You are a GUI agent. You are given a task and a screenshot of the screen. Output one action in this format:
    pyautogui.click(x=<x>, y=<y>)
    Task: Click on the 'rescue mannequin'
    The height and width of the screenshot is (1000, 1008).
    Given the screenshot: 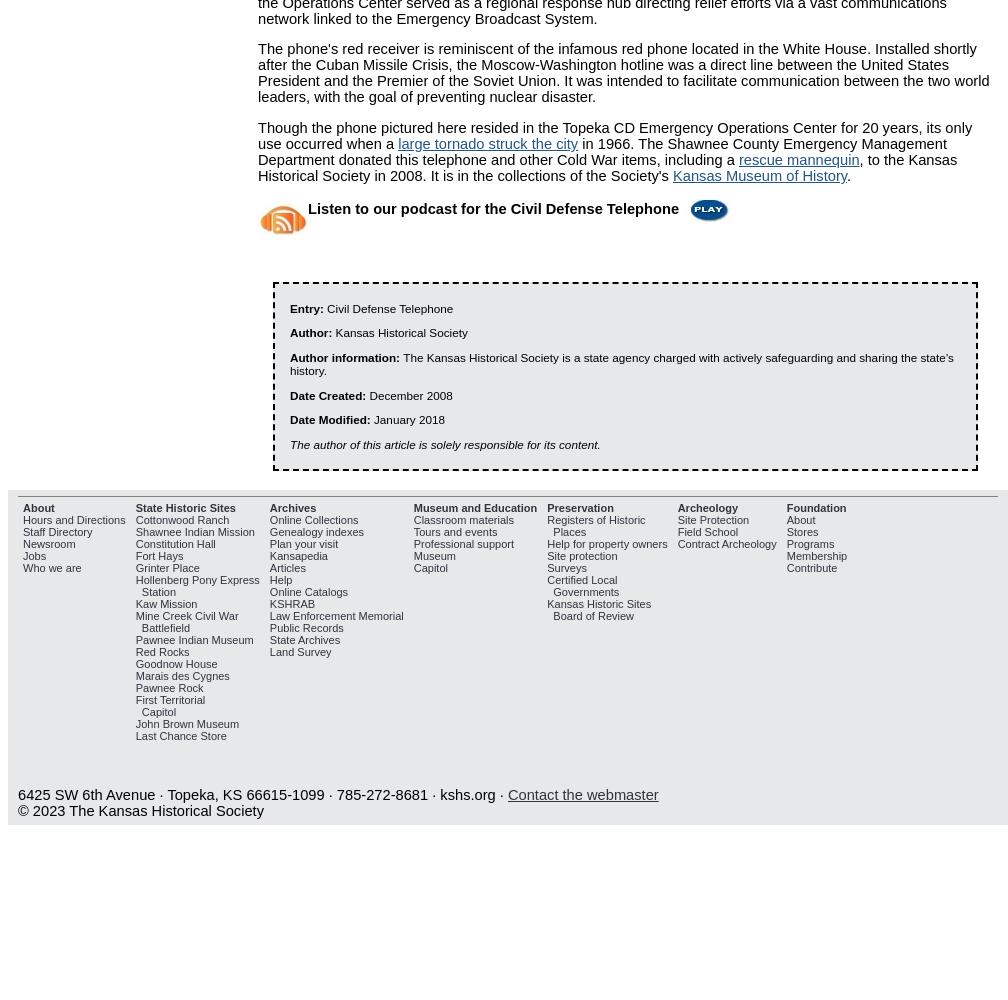 What is the action you would take?
    pyautogui.click(x=737, y=160)
    